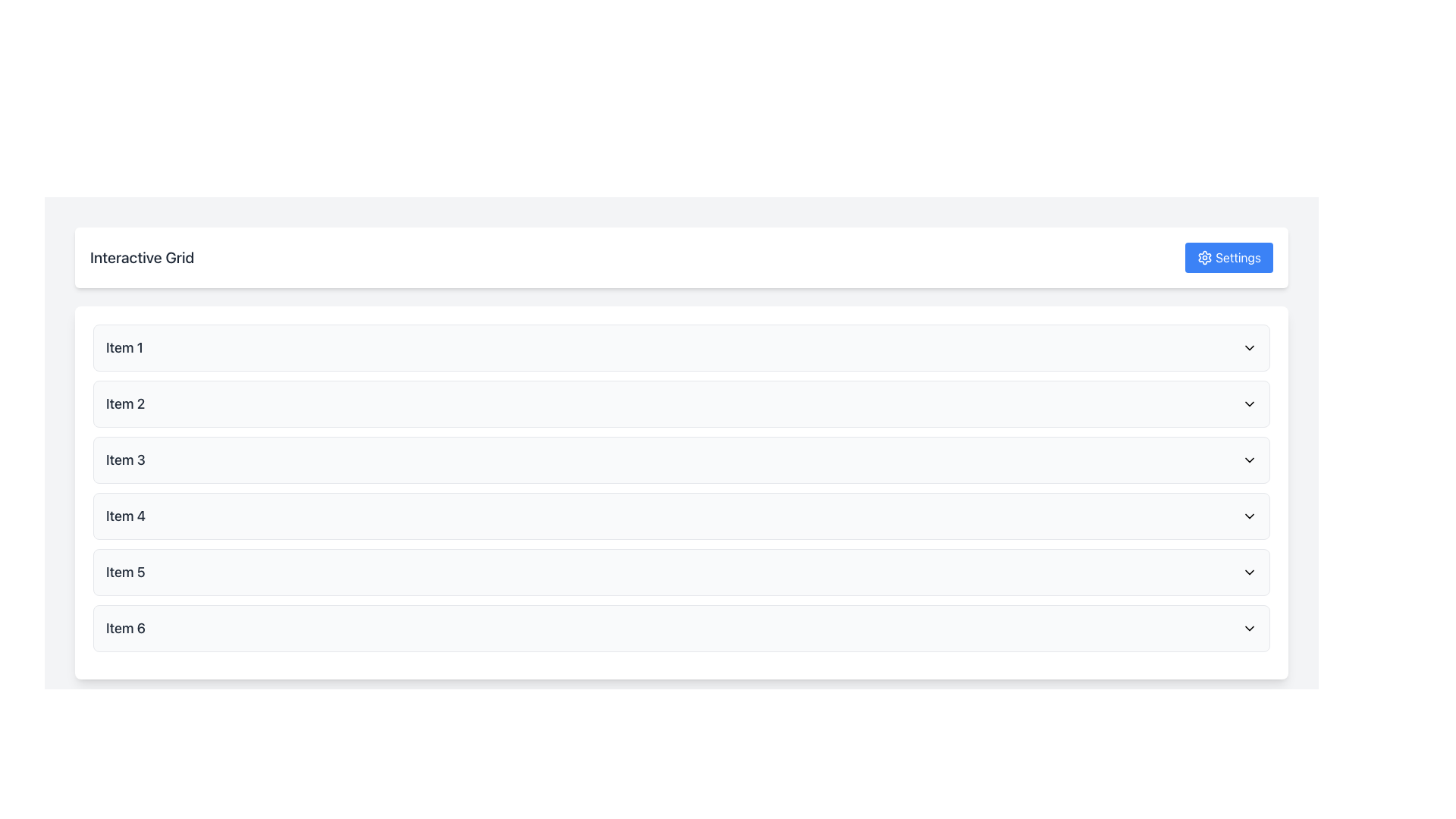  Describe the element at coordinates (1229, 256) in the screenshot. I see `the 'Settings' button, which has a blue background, white text, and a gear icon, located in the top-right corner of the Interactive Grid layout` at that location.